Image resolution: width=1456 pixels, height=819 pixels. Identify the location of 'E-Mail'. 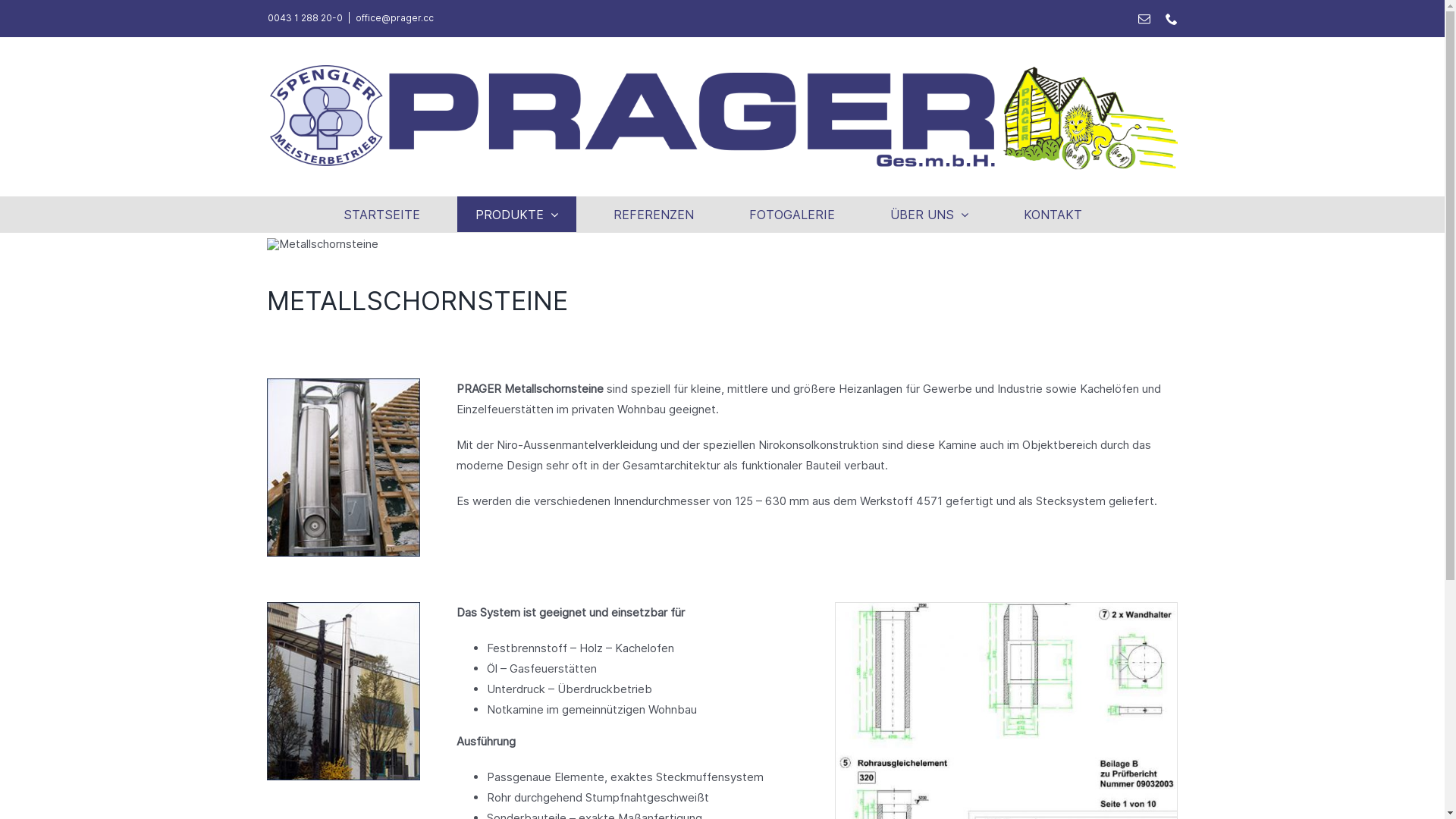
(1143, 17).